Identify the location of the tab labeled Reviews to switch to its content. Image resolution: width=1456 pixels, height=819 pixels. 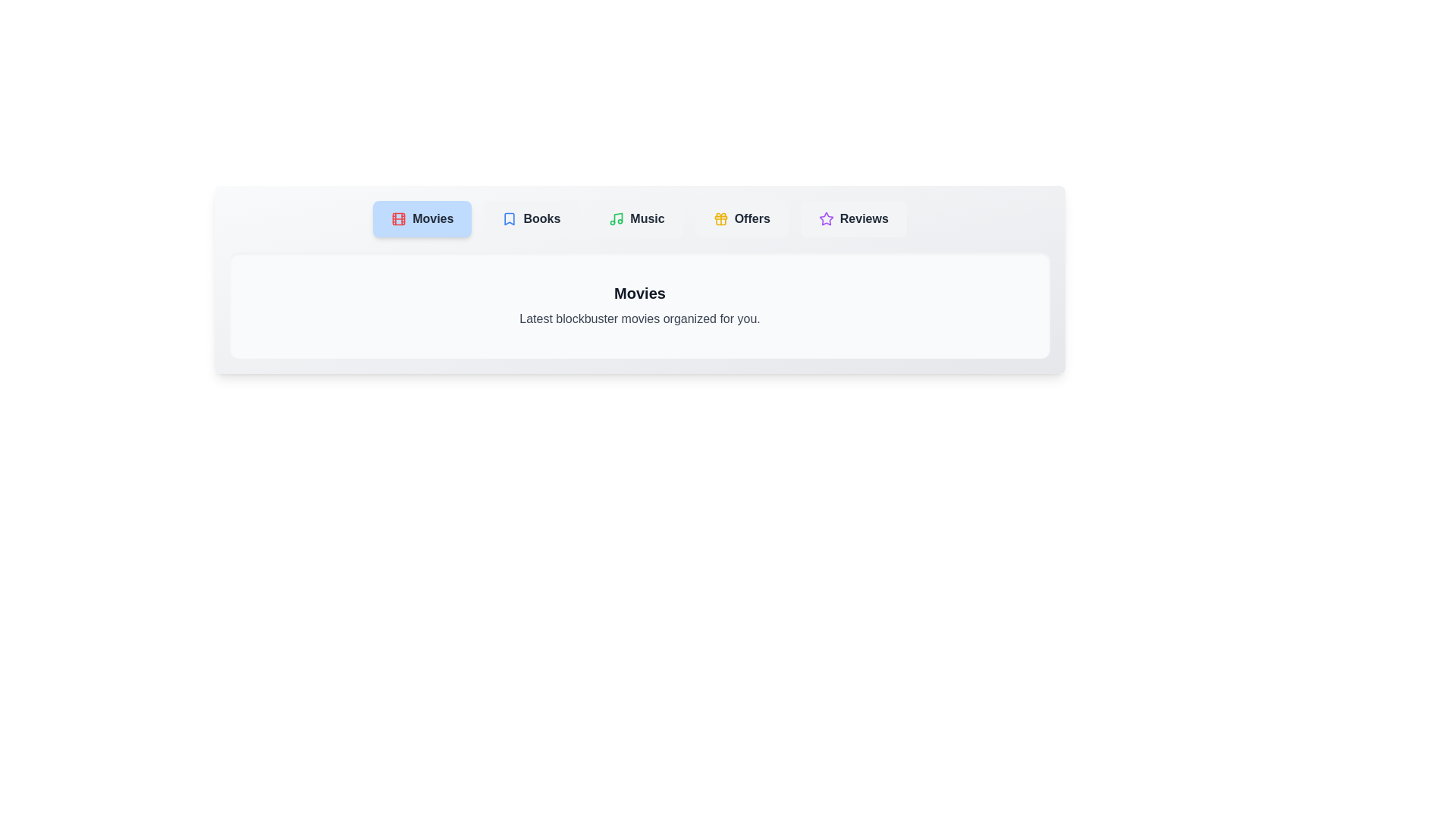
(854, 219).